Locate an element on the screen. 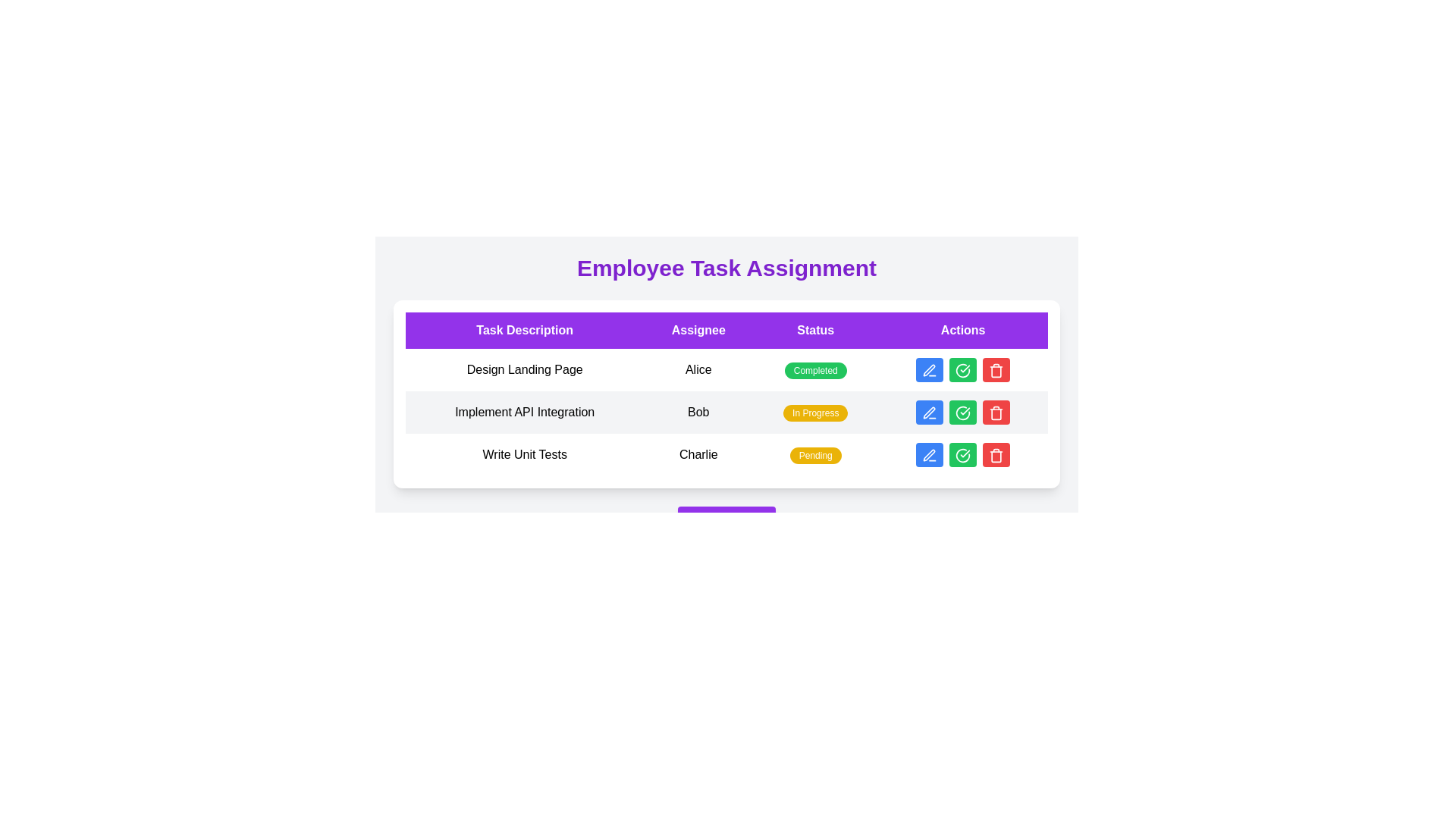  the middle button in the 'Actions' column of the second row for the task 'Implement API Integration' assigned to 'Bob' is located at coordinates (962, 412).